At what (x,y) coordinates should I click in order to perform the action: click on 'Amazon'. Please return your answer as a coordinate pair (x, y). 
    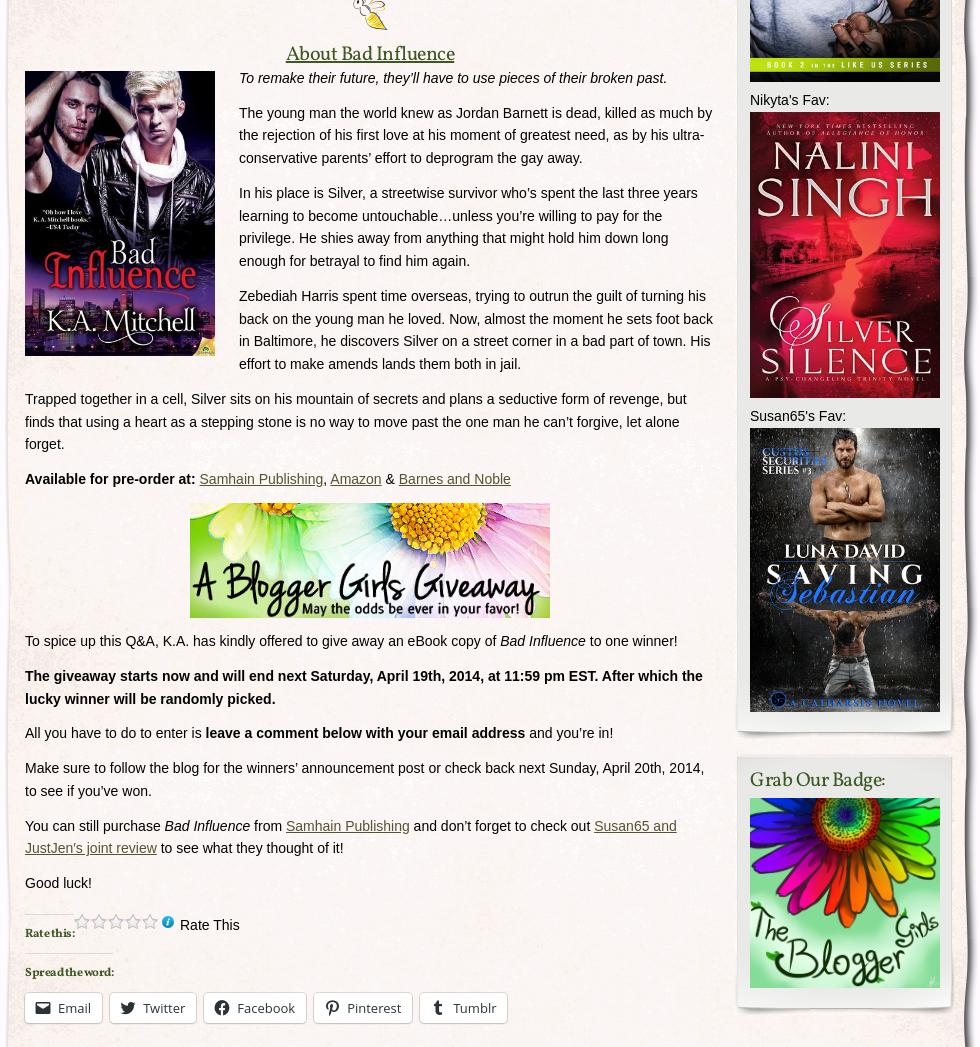
    Looking at the image, I should click on (329, 478).